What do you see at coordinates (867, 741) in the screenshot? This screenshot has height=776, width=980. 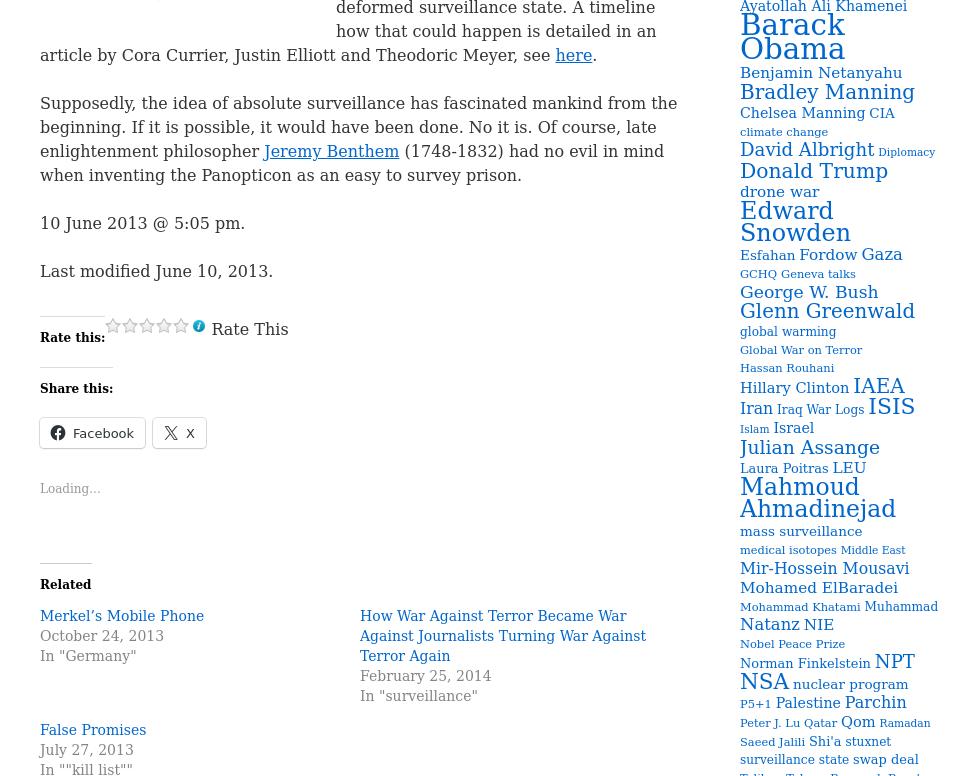 I see `'stuxnet'` at bounding box center [867, 741].